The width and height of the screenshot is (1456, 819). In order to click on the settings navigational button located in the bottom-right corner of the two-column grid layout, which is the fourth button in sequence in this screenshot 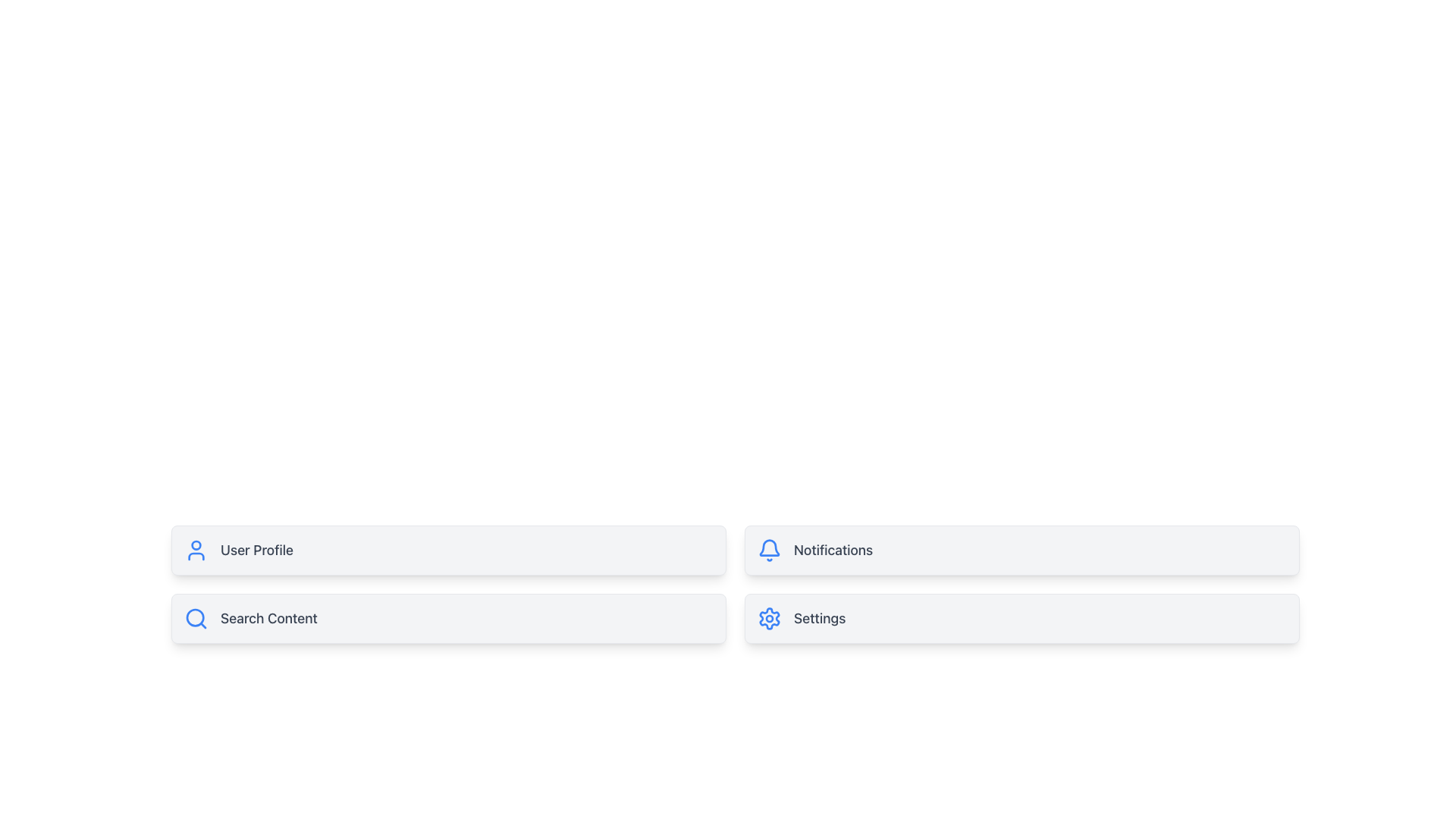, I will do `click(1022, 619)`.